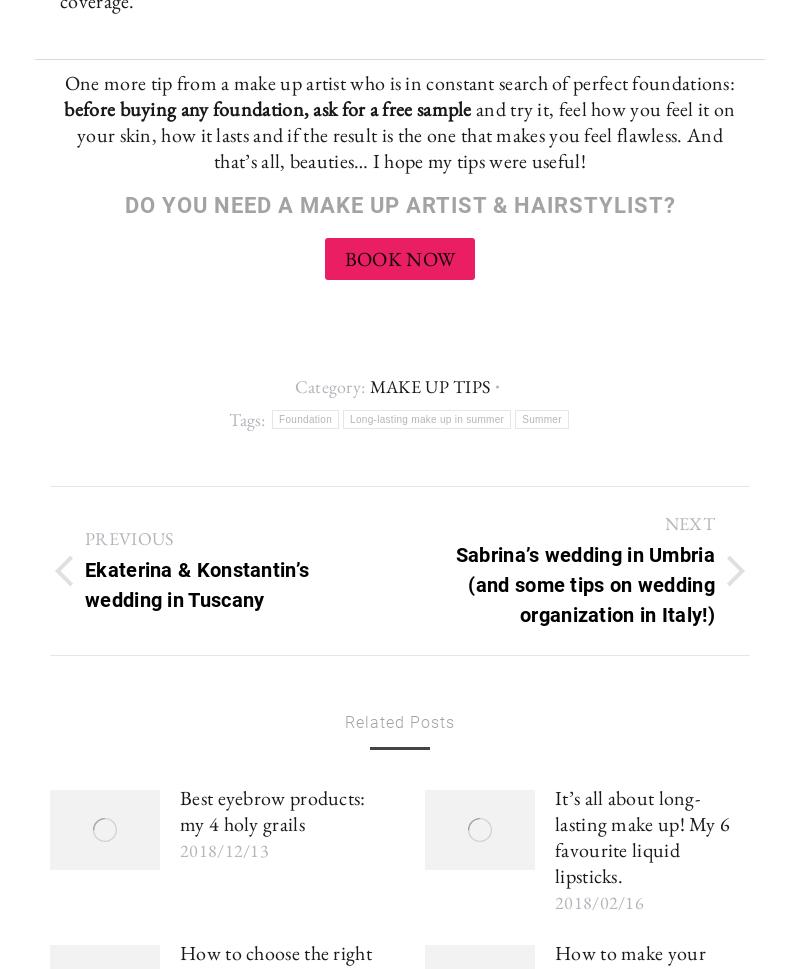 The image size is (800, 969). What do you see at coordinates (350, 418) in the screenshot?
I see `'Long-lasting make up in summer'` at bounding box center [350, 418].